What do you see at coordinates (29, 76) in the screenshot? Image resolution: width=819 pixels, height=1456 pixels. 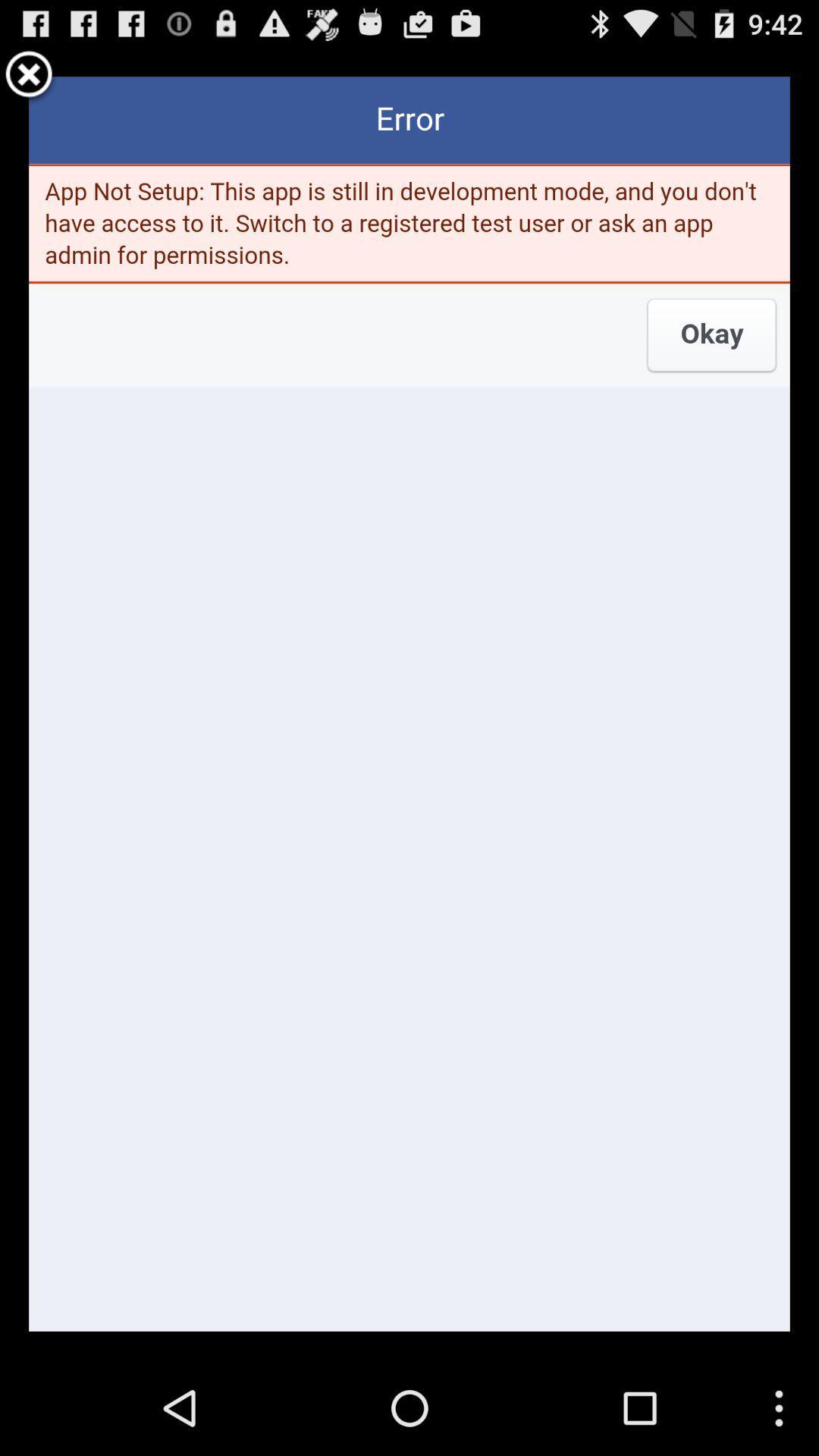 I see `the error screen` at bounding box center [29, 76].